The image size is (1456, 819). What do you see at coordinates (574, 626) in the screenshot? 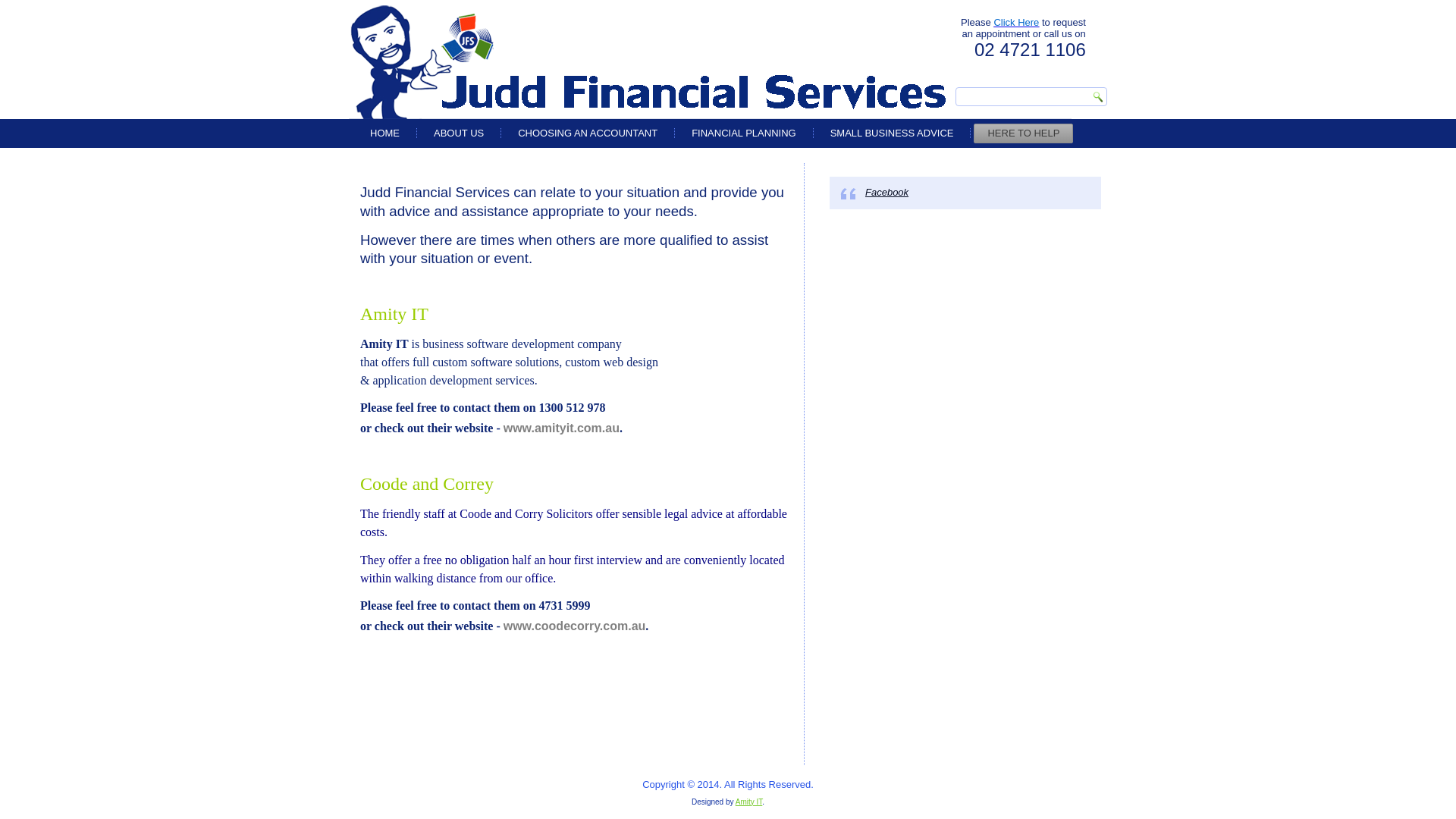
I see `'www.coodecorry.com.au'` at bounding box center [574, 626].